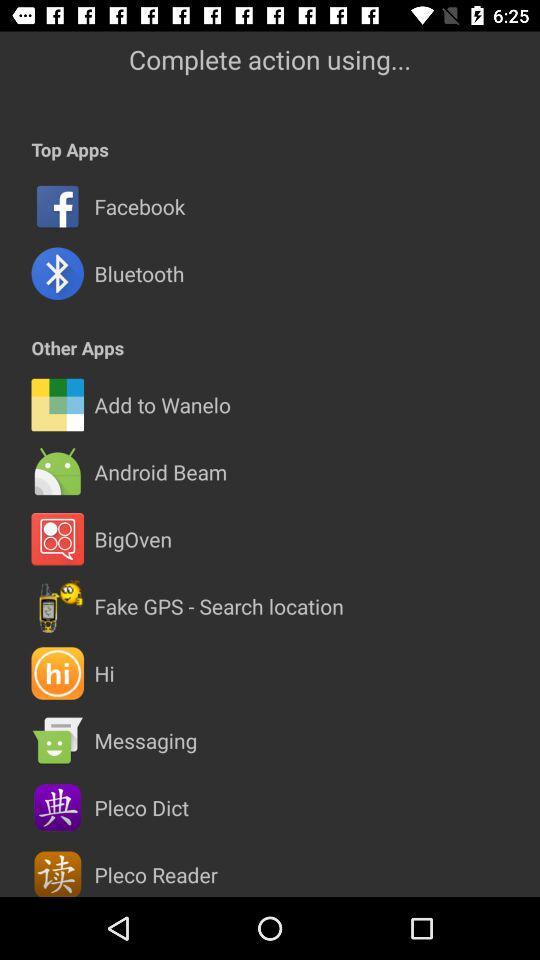 The height and width of the screenshot is (960, 540). Describe the element at coordinates (133, 538) in the screenshot. I see `the bigoven` at that location.